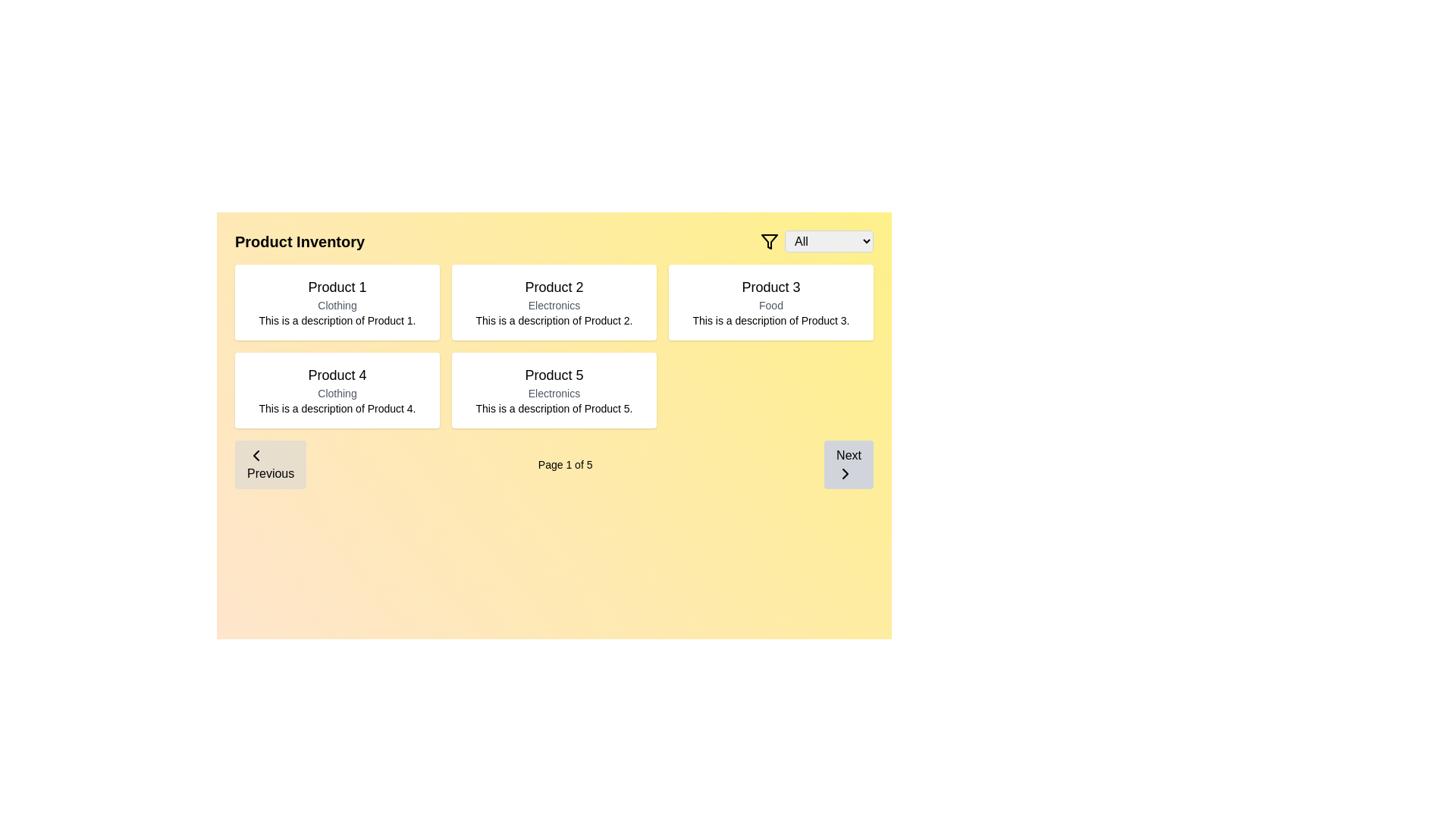 The height and width of the screenshot is (819, 1456). What do you see at coordinates (553, 393) in the screenshot?
I see `the 'Electronics' text label that categorizes 'Product 5', positioned above its description` at bounding box center [553, 393].